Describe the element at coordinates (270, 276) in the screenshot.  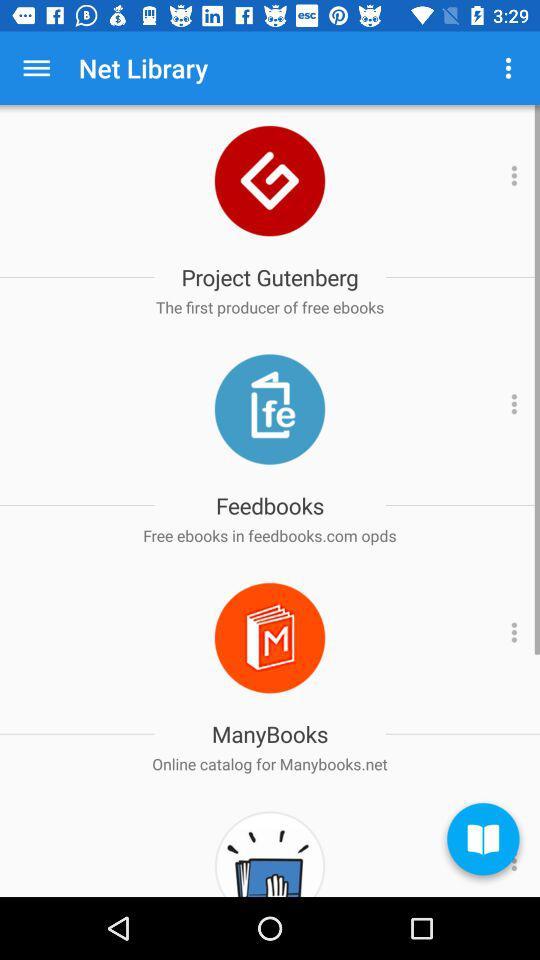
I see `the project gutenberg icon` at that location.